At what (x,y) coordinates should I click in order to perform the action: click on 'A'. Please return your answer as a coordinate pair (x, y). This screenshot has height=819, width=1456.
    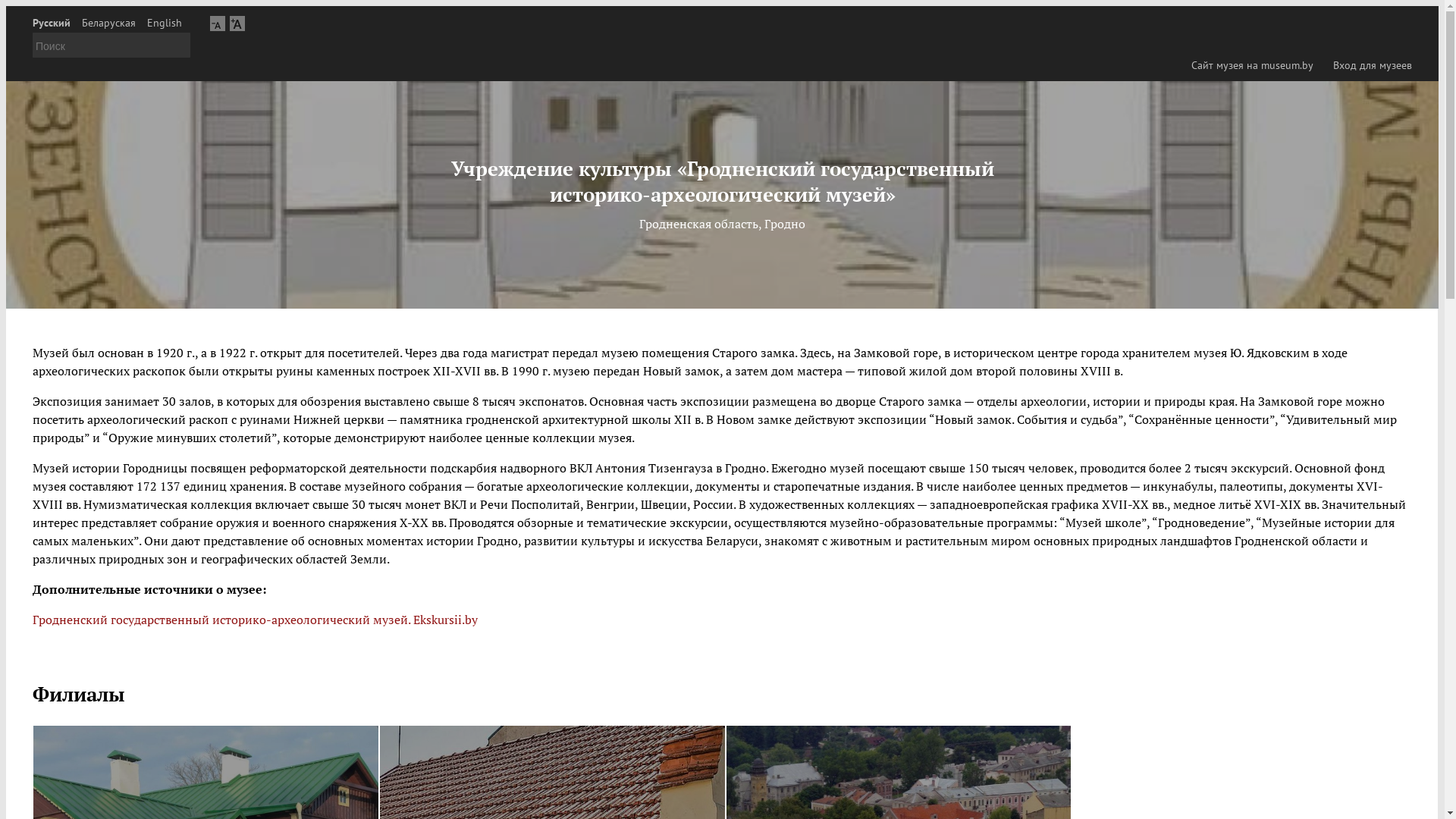
    Looking at the image, I should click on (217, 23).